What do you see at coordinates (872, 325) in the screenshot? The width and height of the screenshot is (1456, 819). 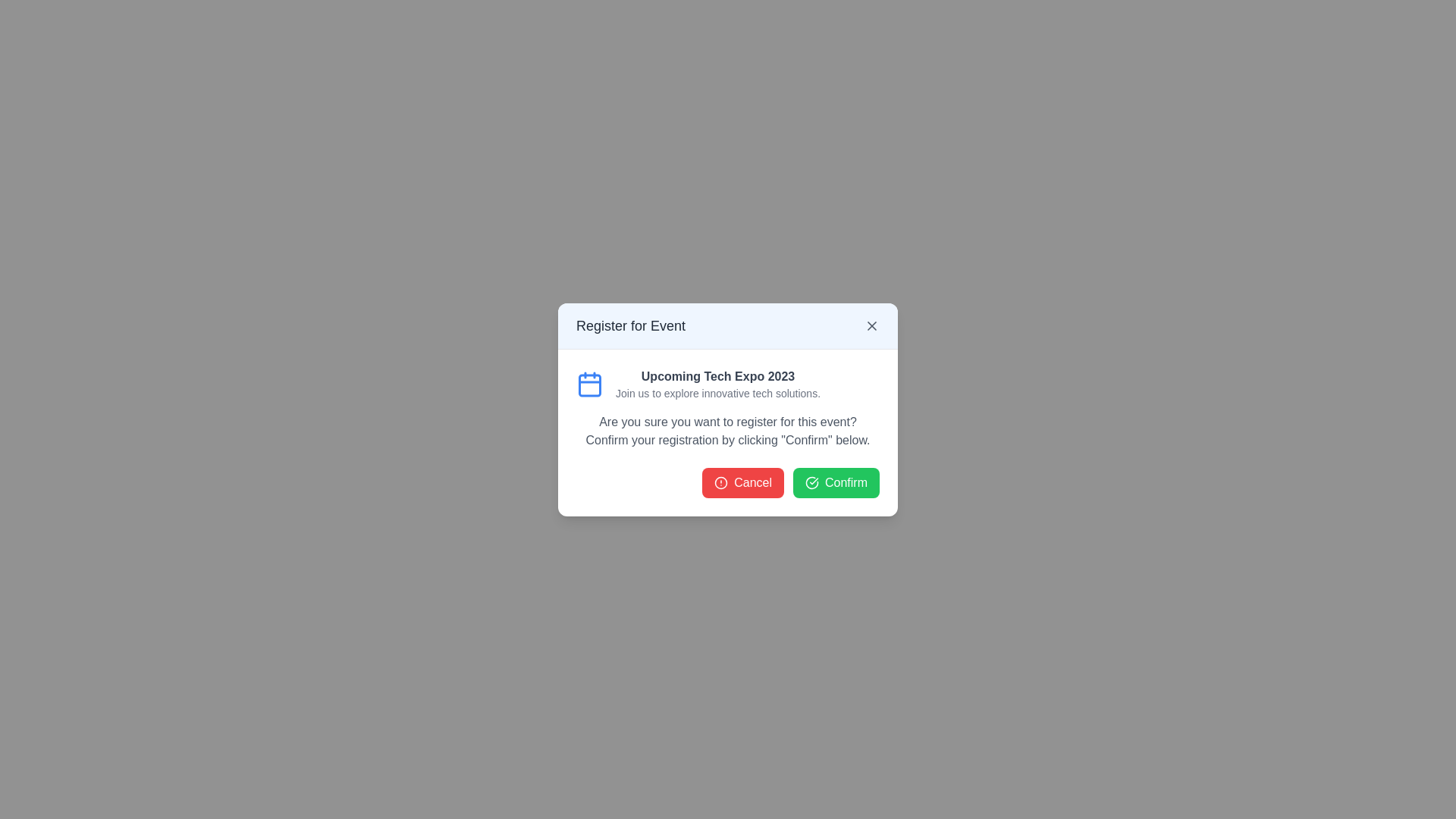 I see `the 'X' close icon located in the top-right corner of the 'Register for Event' dialog box` at bounding box center [872, 325].